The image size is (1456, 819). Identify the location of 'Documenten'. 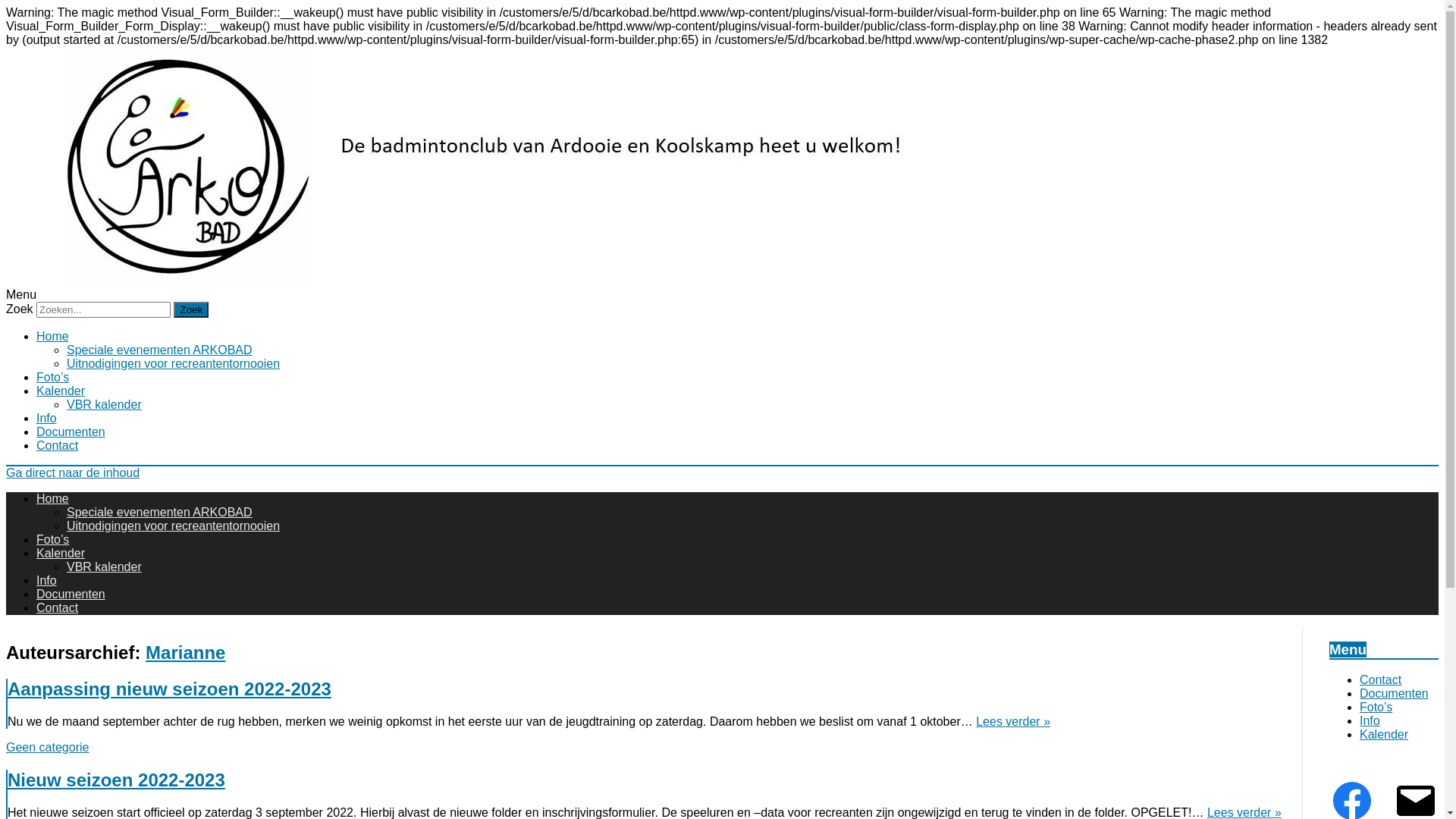
(70, 431).